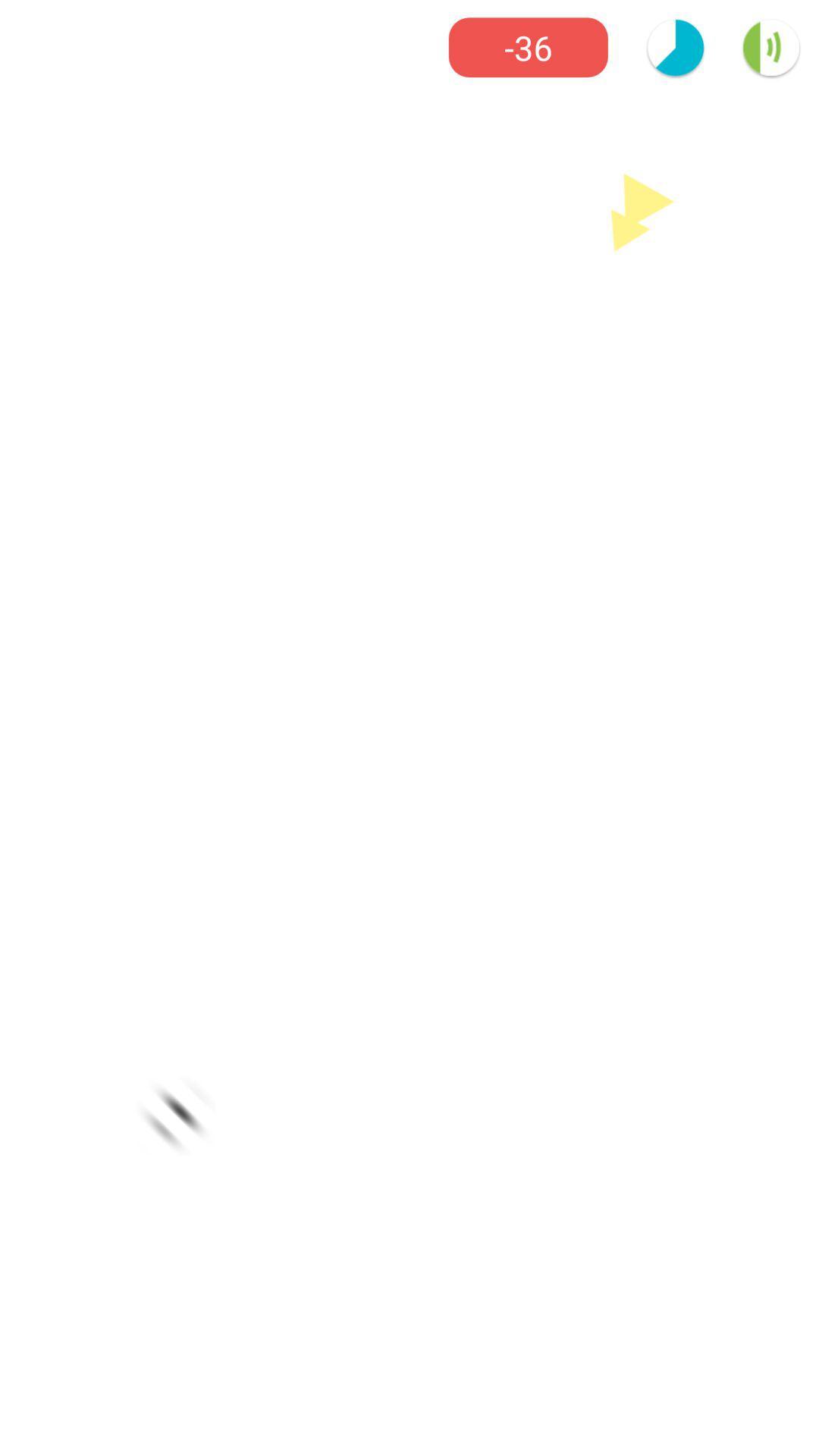  What do you see at coordinates (175, 1116) in the screenshot?
I see `the navigation icon` at bounding box center [175, 1116].